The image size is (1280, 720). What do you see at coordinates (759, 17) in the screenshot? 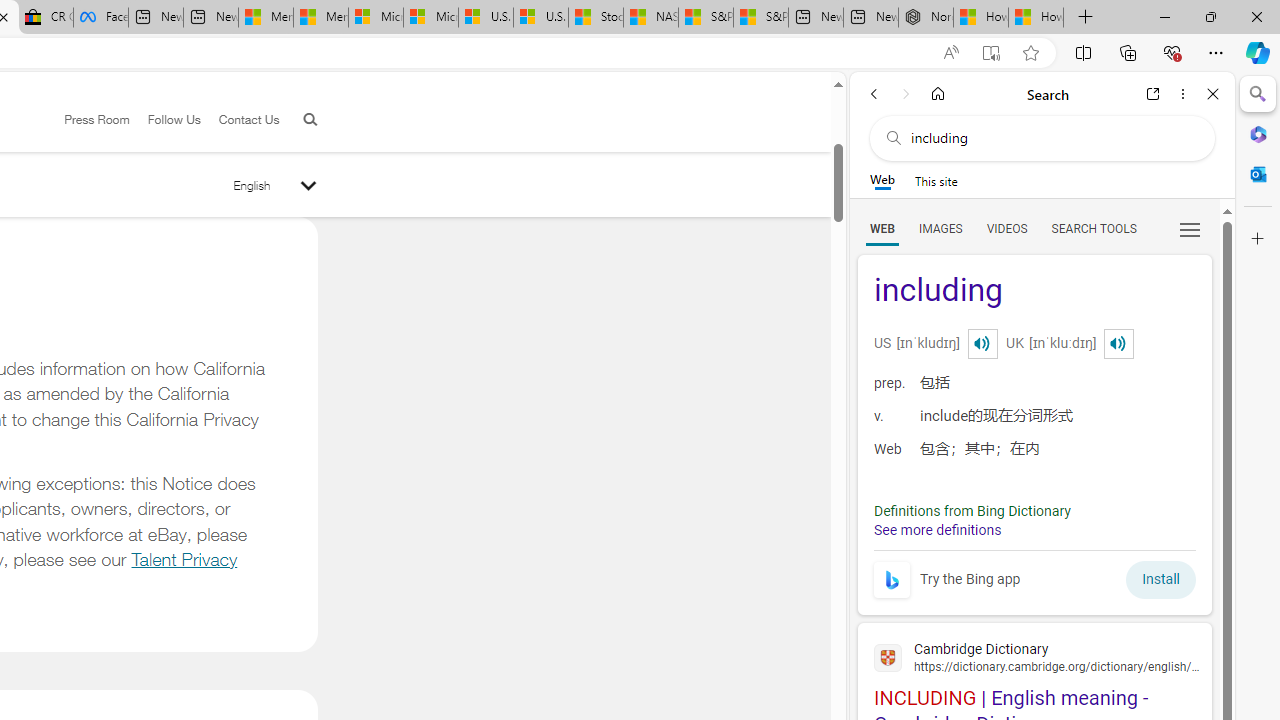
I see `'S&P 500, Nasdaq end lower, weighed by Nvidia dip | Watch'` at bounding box center [759, 17].